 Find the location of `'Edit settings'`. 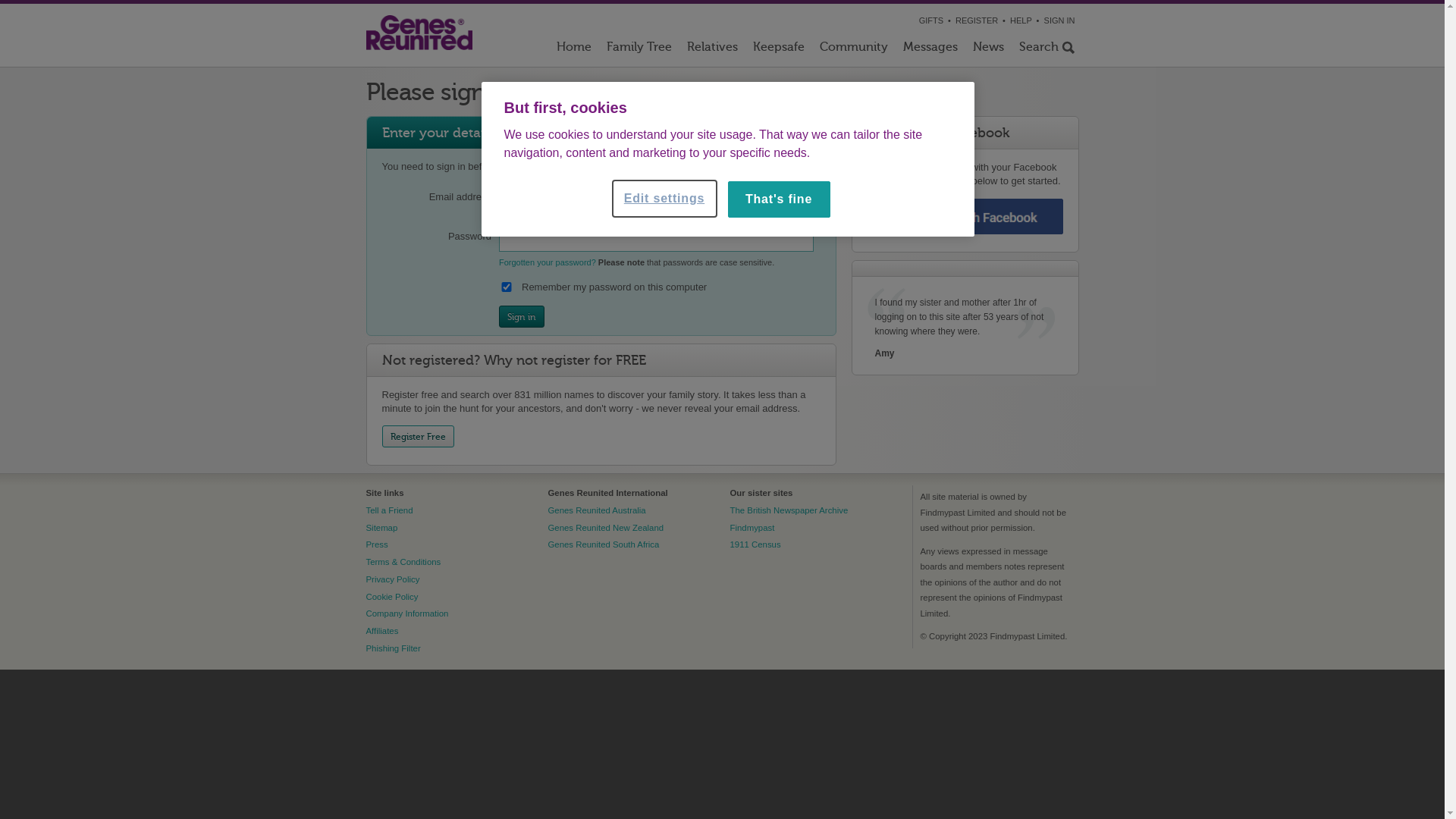

'Edit settings' is located at coordinates (664, 198).